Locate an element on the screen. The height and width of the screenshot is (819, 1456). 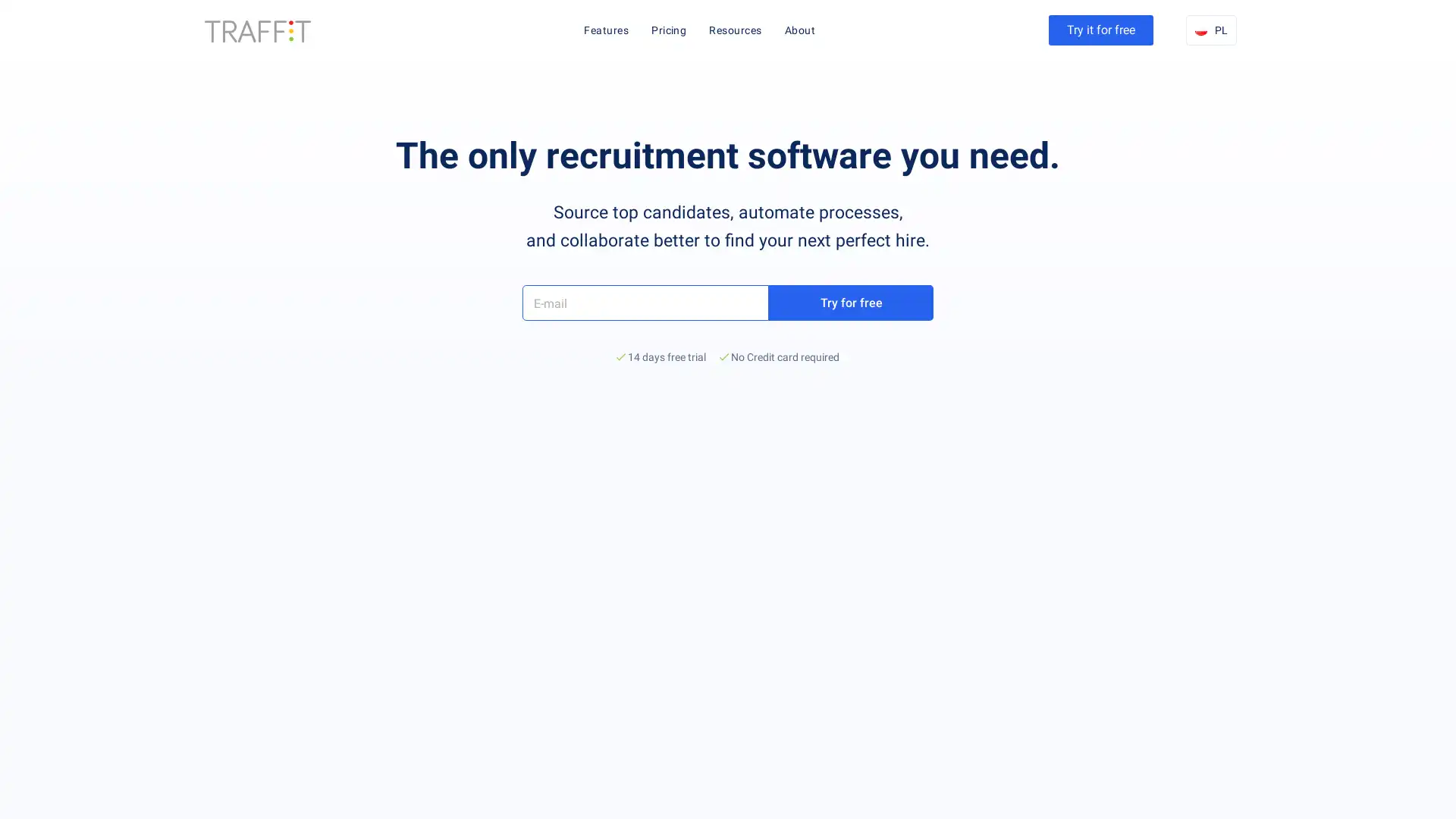
Try for free is located at coordinates (851, 303).